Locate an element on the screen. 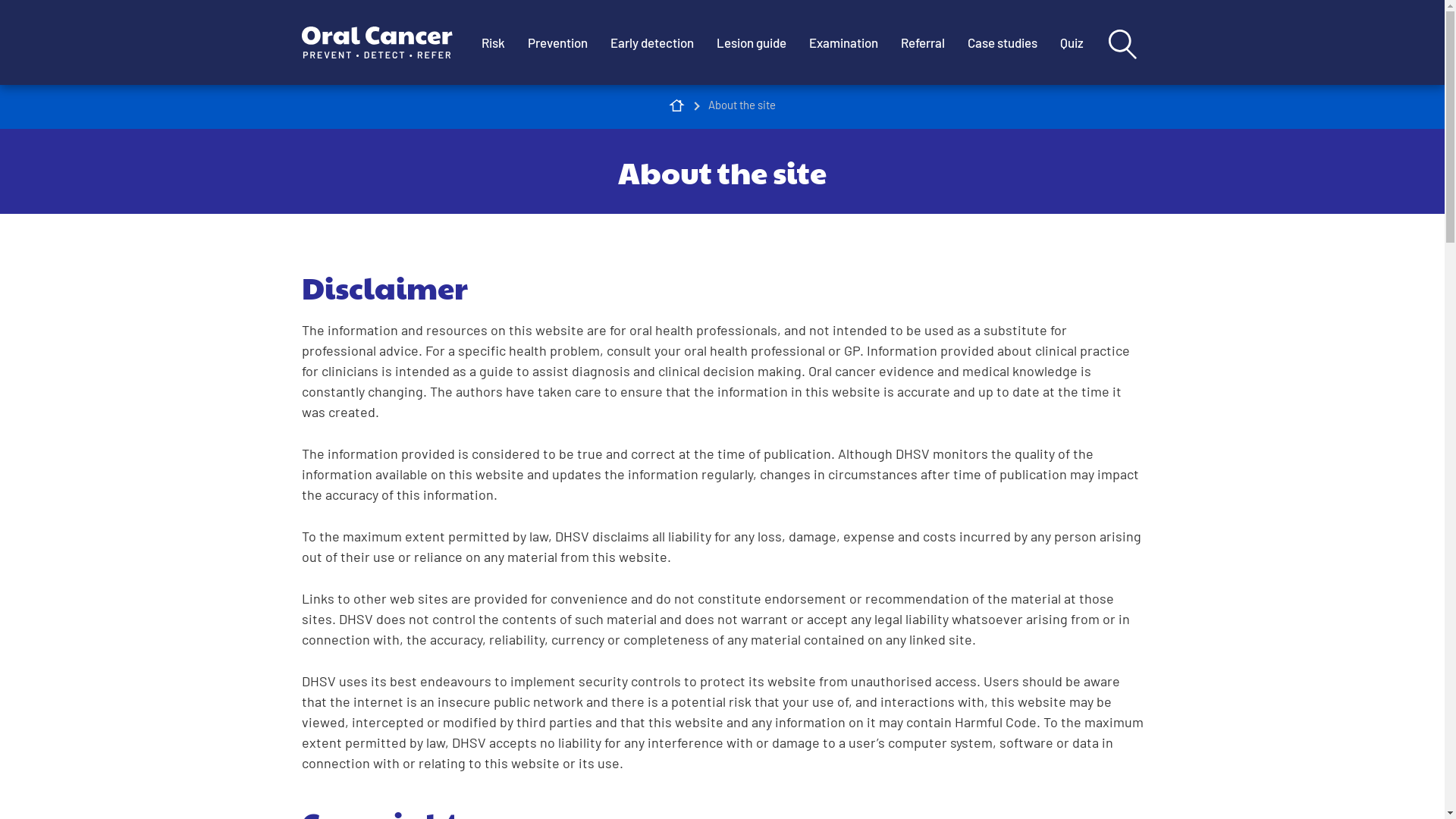 The width and height of the screenshot is (1456, 819). 'Prevention' is located at coordinates (556, 42).